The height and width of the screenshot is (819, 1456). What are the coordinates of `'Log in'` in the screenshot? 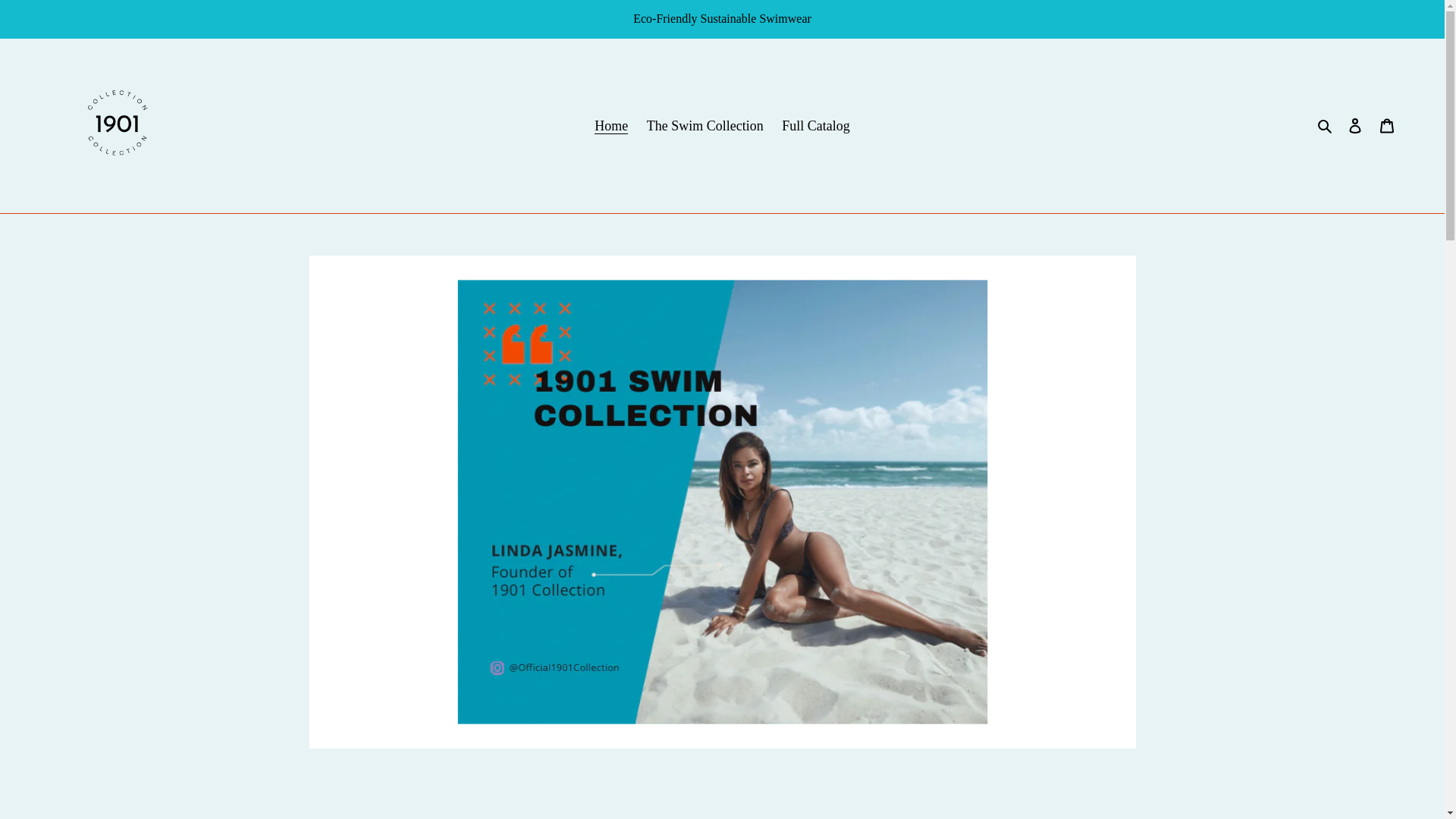 It's located at (1354, 124).